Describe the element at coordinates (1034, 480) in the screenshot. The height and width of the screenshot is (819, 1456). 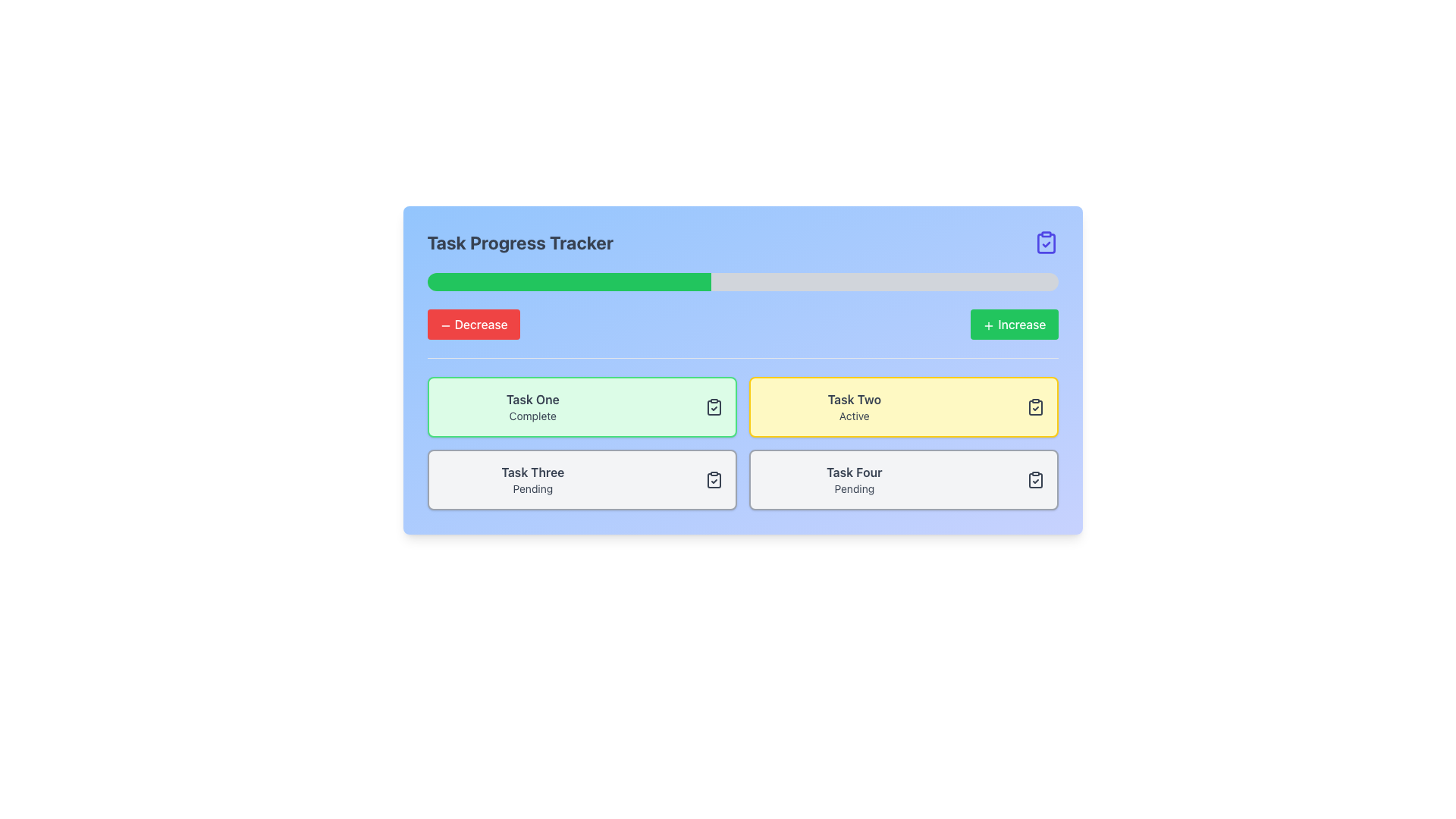
I see `the clipboard outline icon located in the bottom-right corner of the 'Task Two' card with a yellow background` at that location.